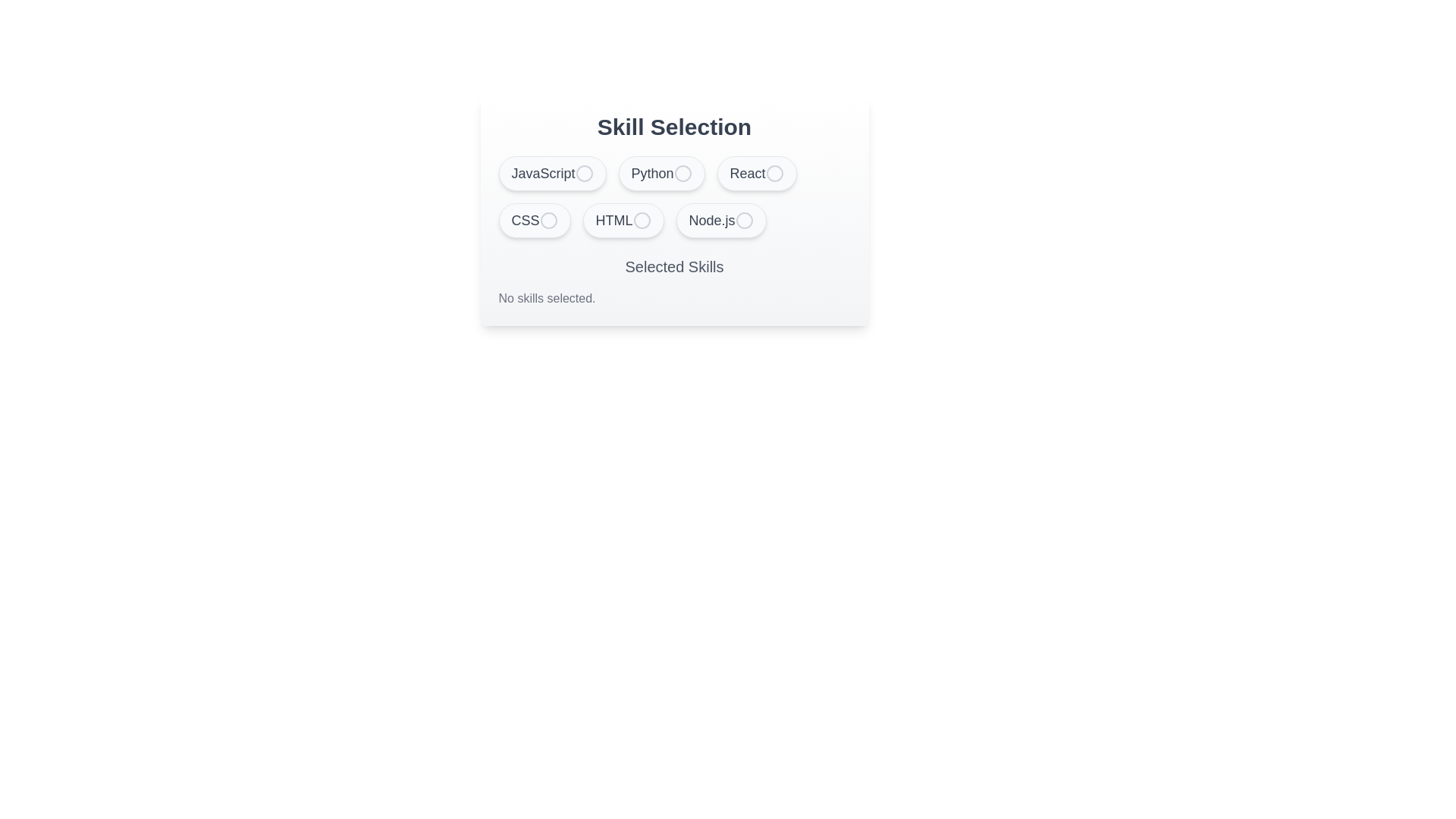  I want to click on the text label displaying 'CSS', which is styled with a larger font size and gray color, located in the leftmost position of the second row of skill options under 'Skill Selection', so click(525, 220).